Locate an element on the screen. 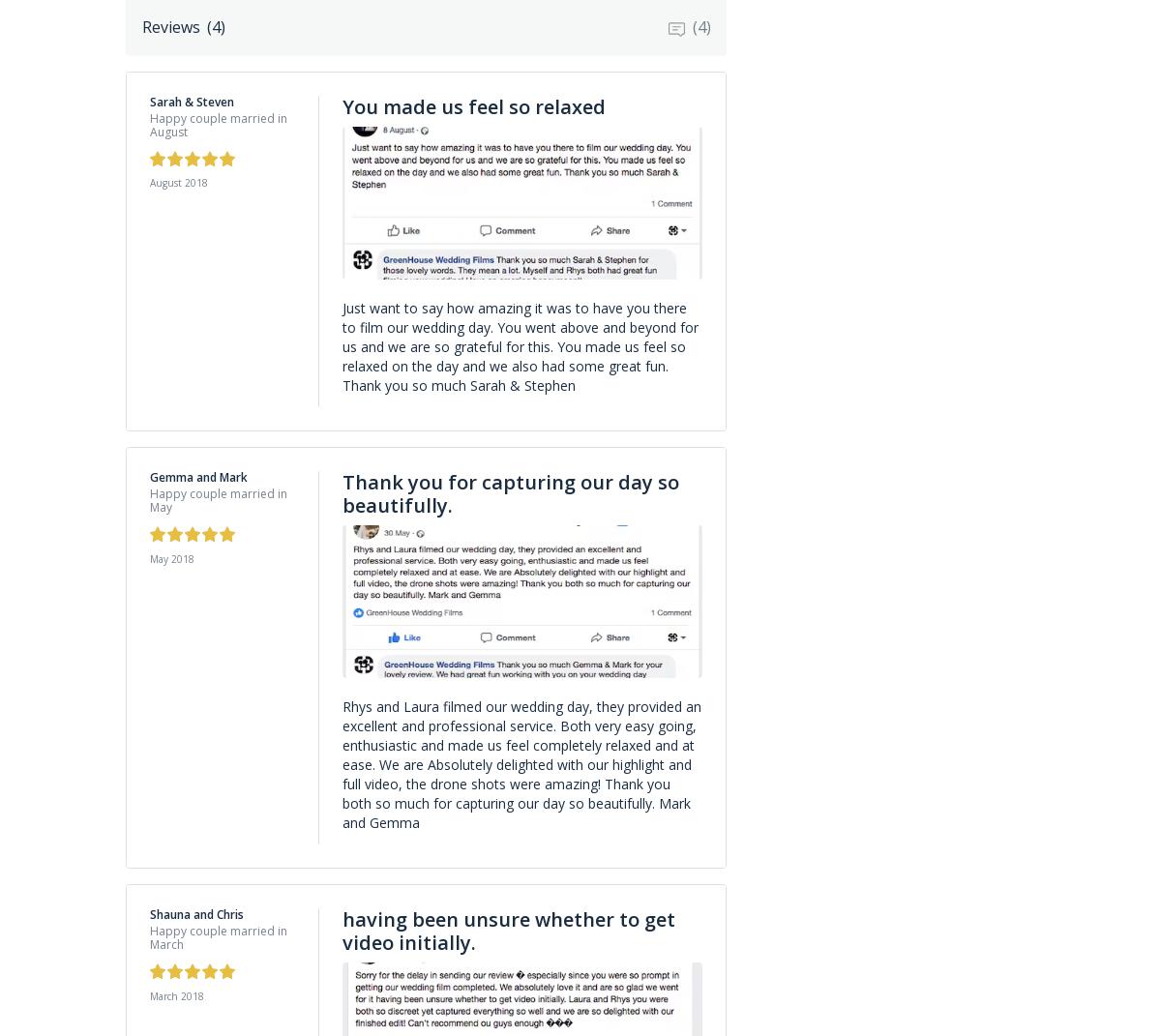 The height and width of the screenshot is (1036, 1161). 'March 2018' is located at coordinates (149, 995).